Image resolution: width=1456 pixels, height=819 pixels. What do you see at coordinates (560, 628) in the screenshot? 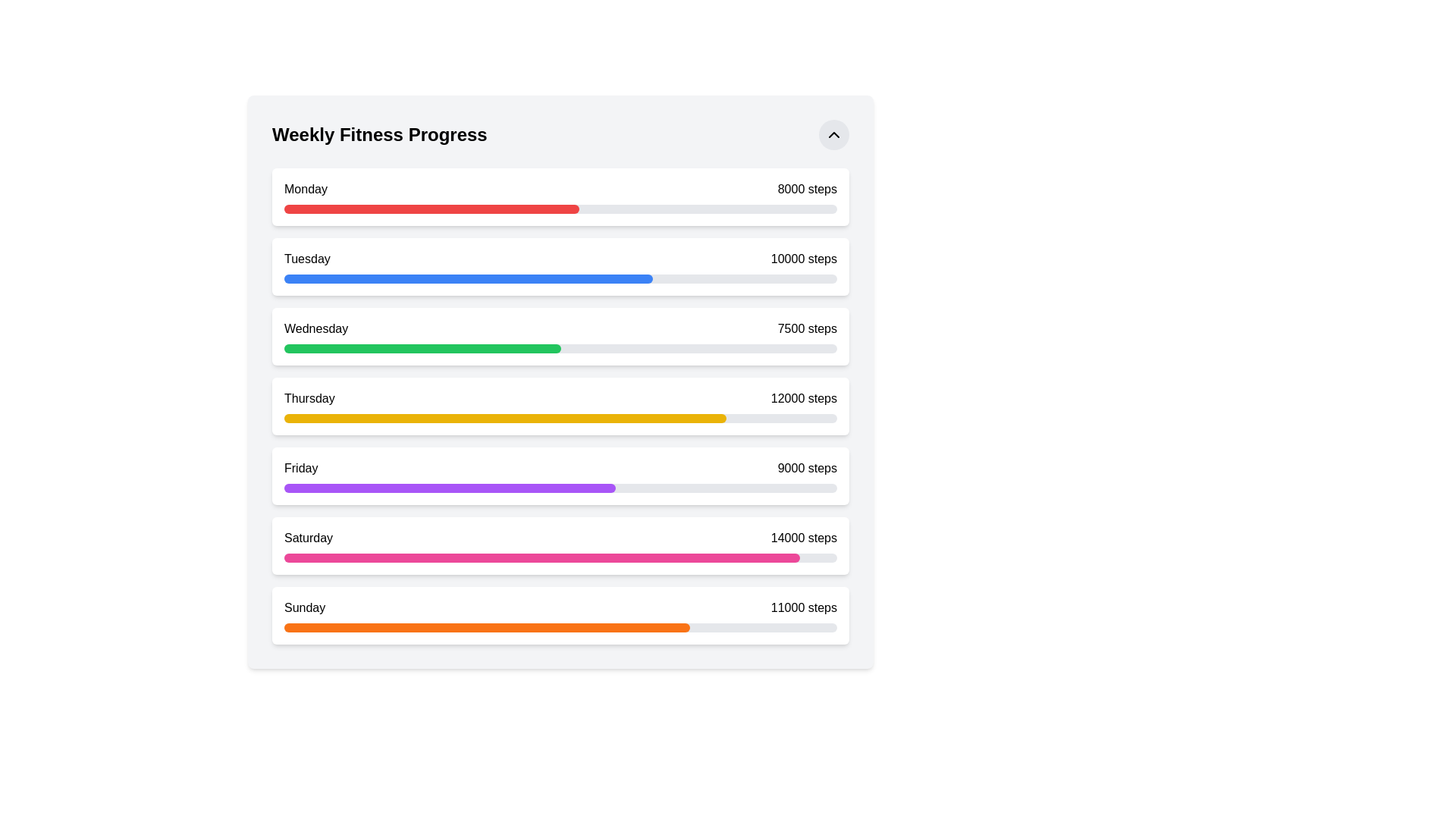
I see `the progress bar representing the user's step count for Sunday, located below the pink bar labeled 'Saturday' and above the white space at the bottom of the list` at bounding box center [560, 628].